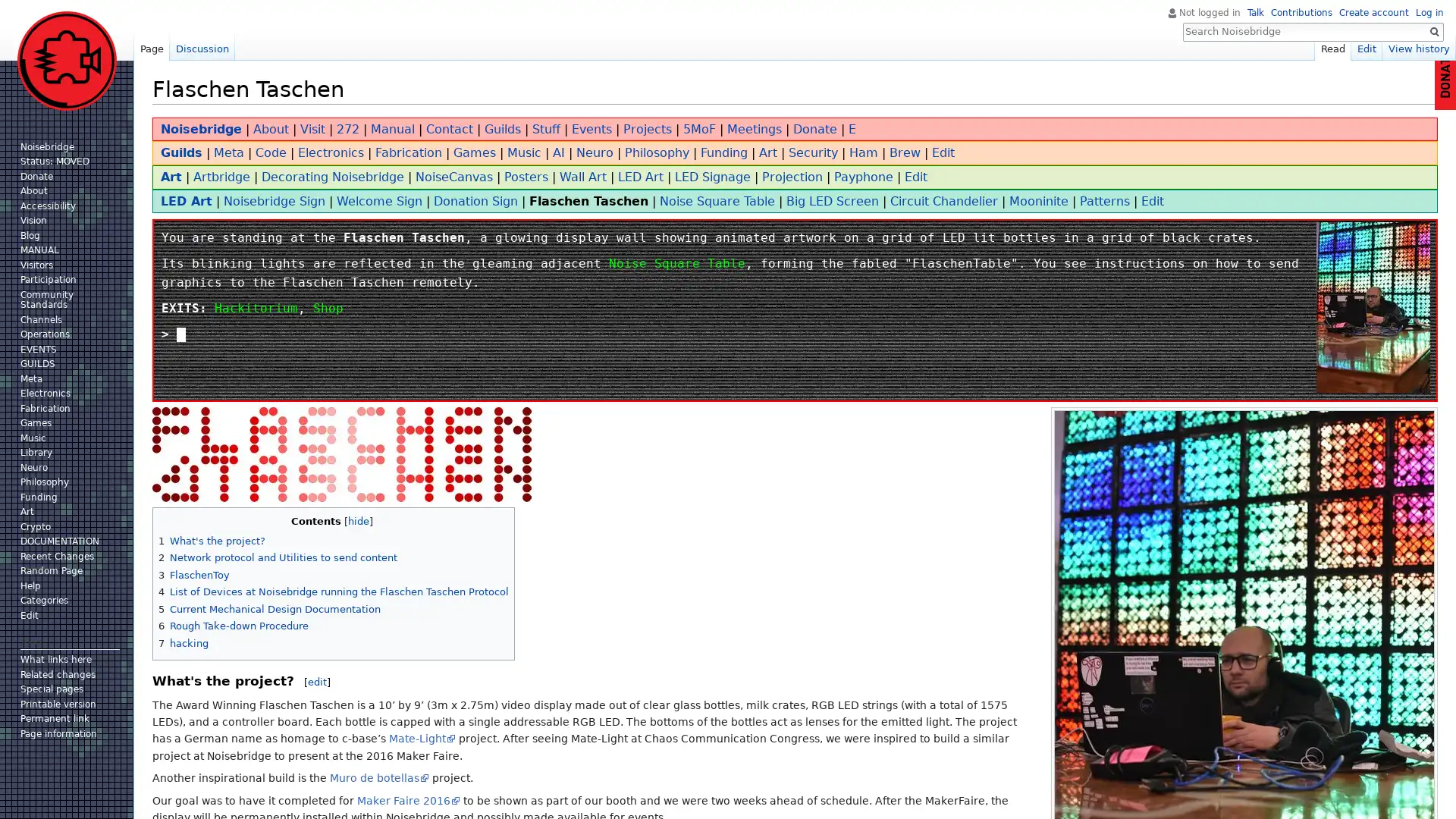  I want to click on hide, so click(356, 520).